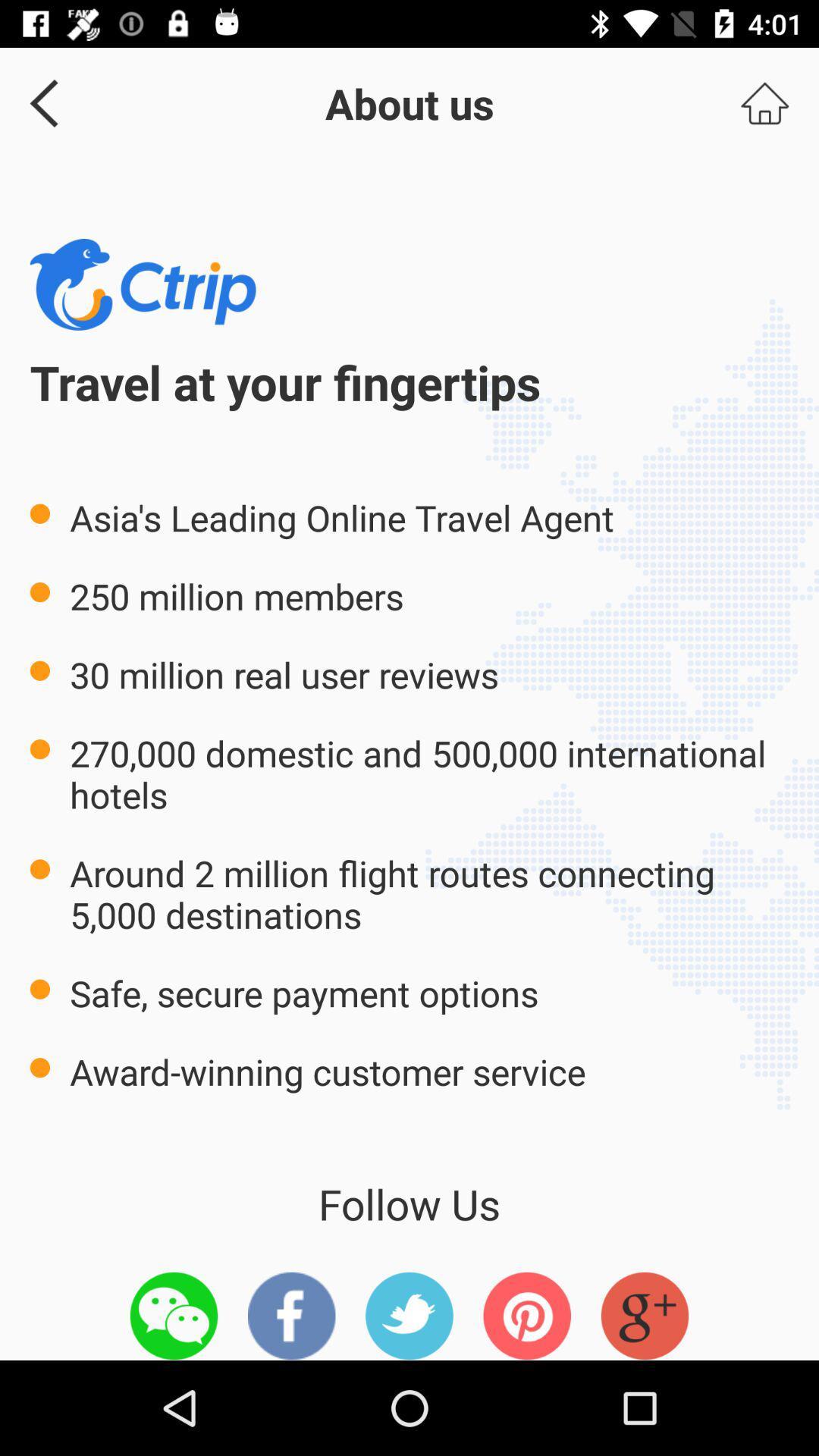 The width and height of the screenshot is (819, 1456). Describe the element at coordinates (291, 1315) in the screenshot. I see `facebook` at that location.